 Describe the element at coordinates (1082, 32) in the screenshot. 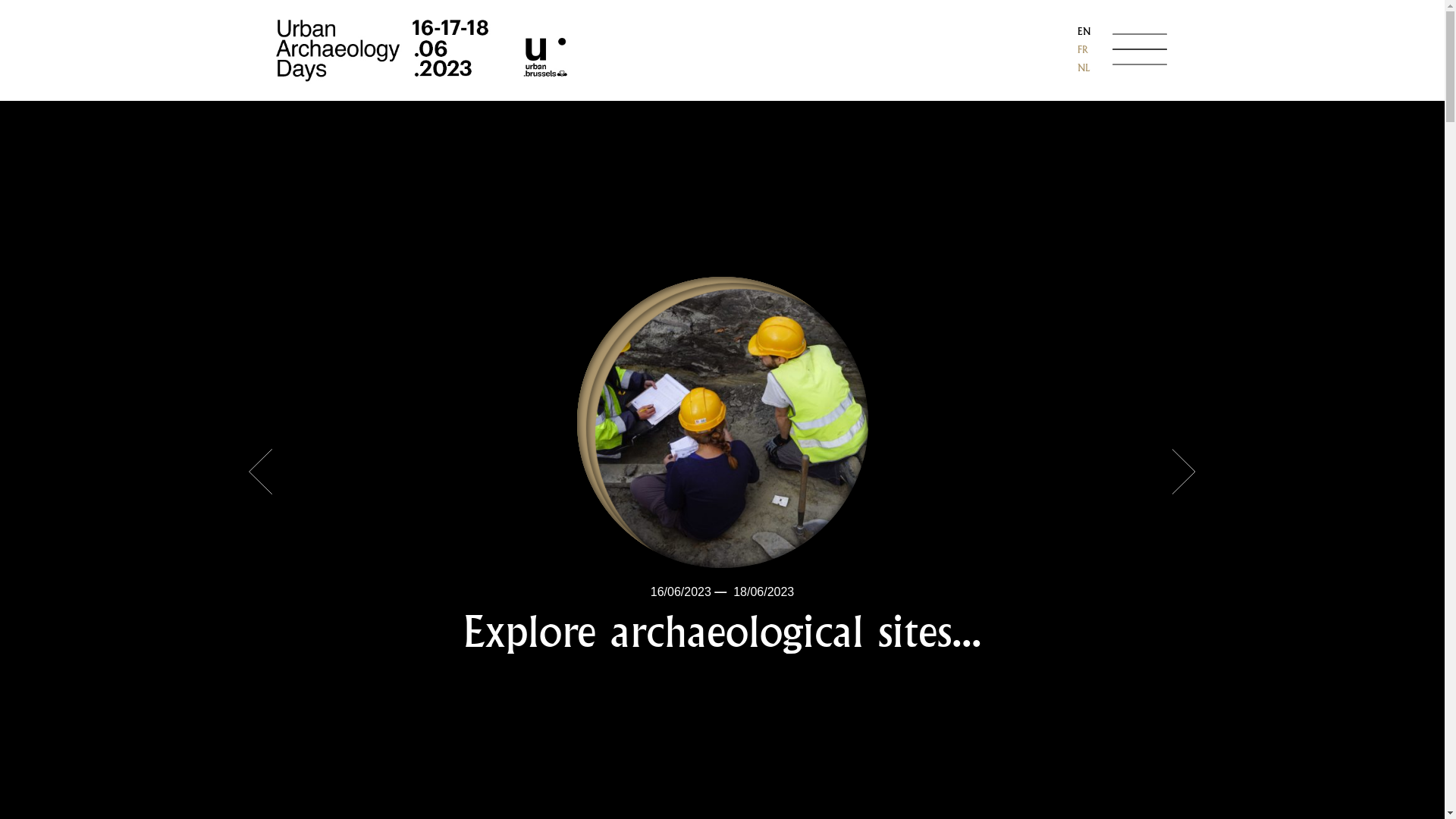

I see `'EN'` at that location.